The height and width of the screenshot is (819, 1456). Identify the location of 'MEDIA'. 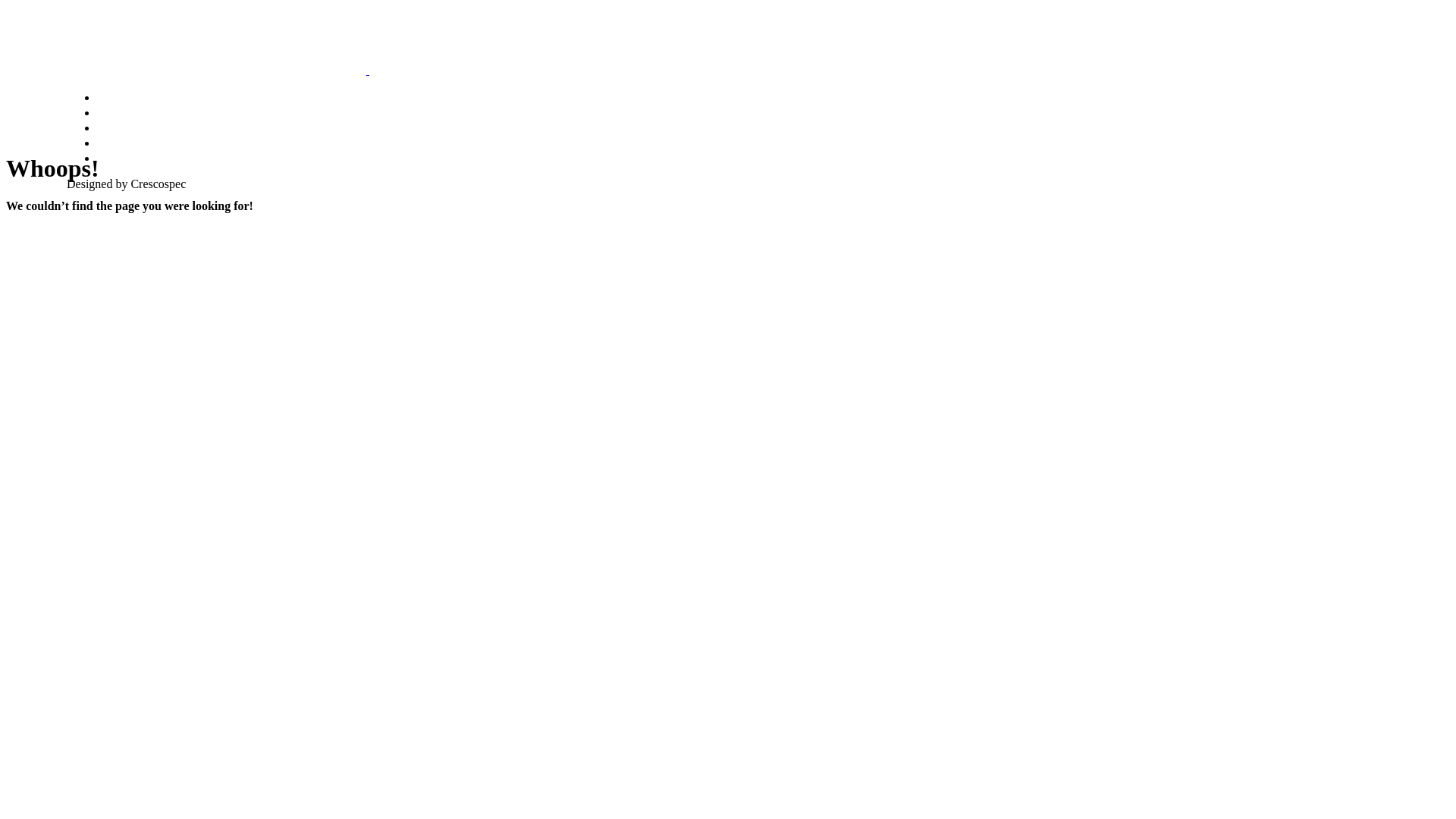
(115, 127).